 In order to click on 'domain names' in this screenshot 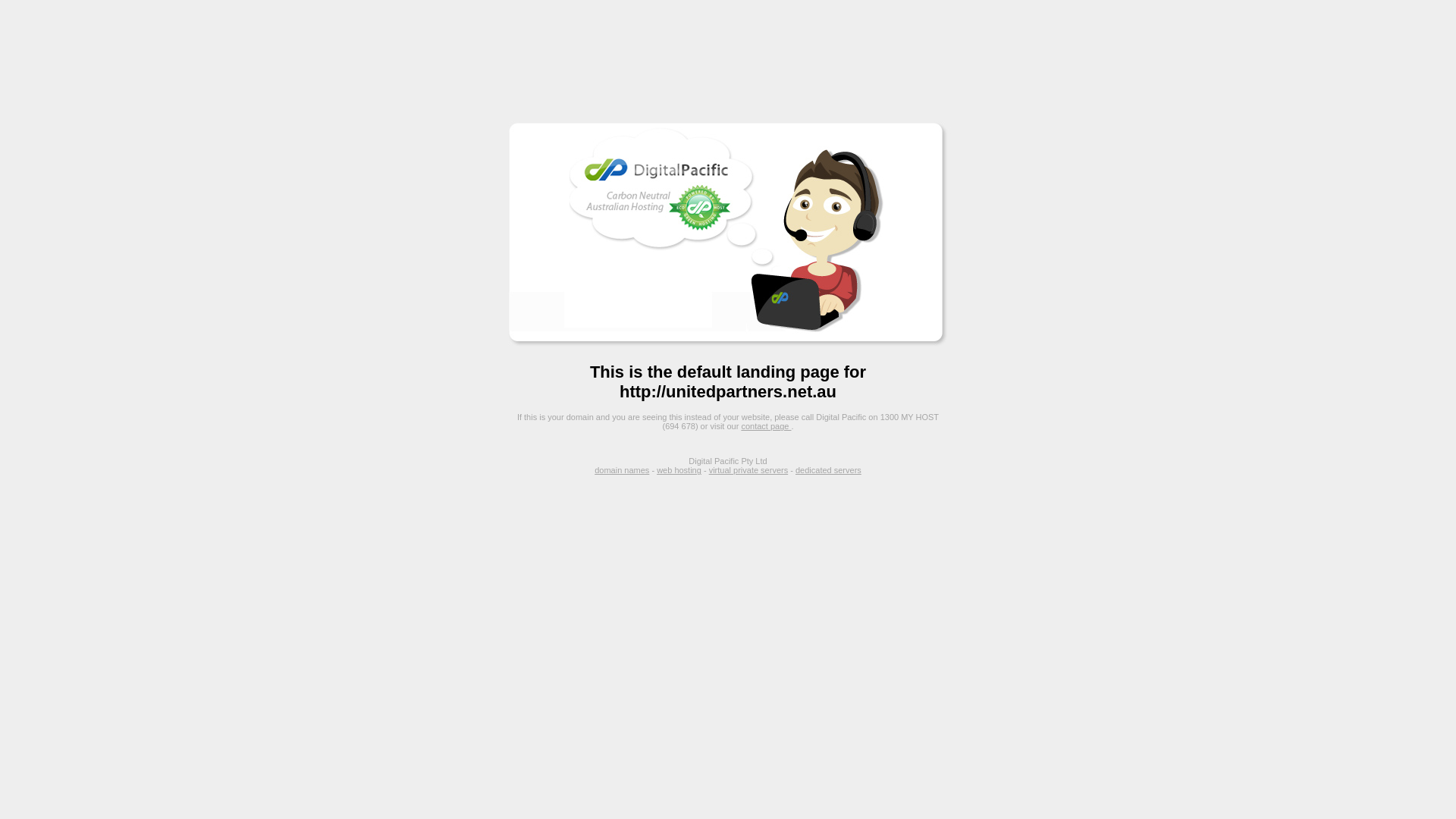, I will do `click(593, 469)`.